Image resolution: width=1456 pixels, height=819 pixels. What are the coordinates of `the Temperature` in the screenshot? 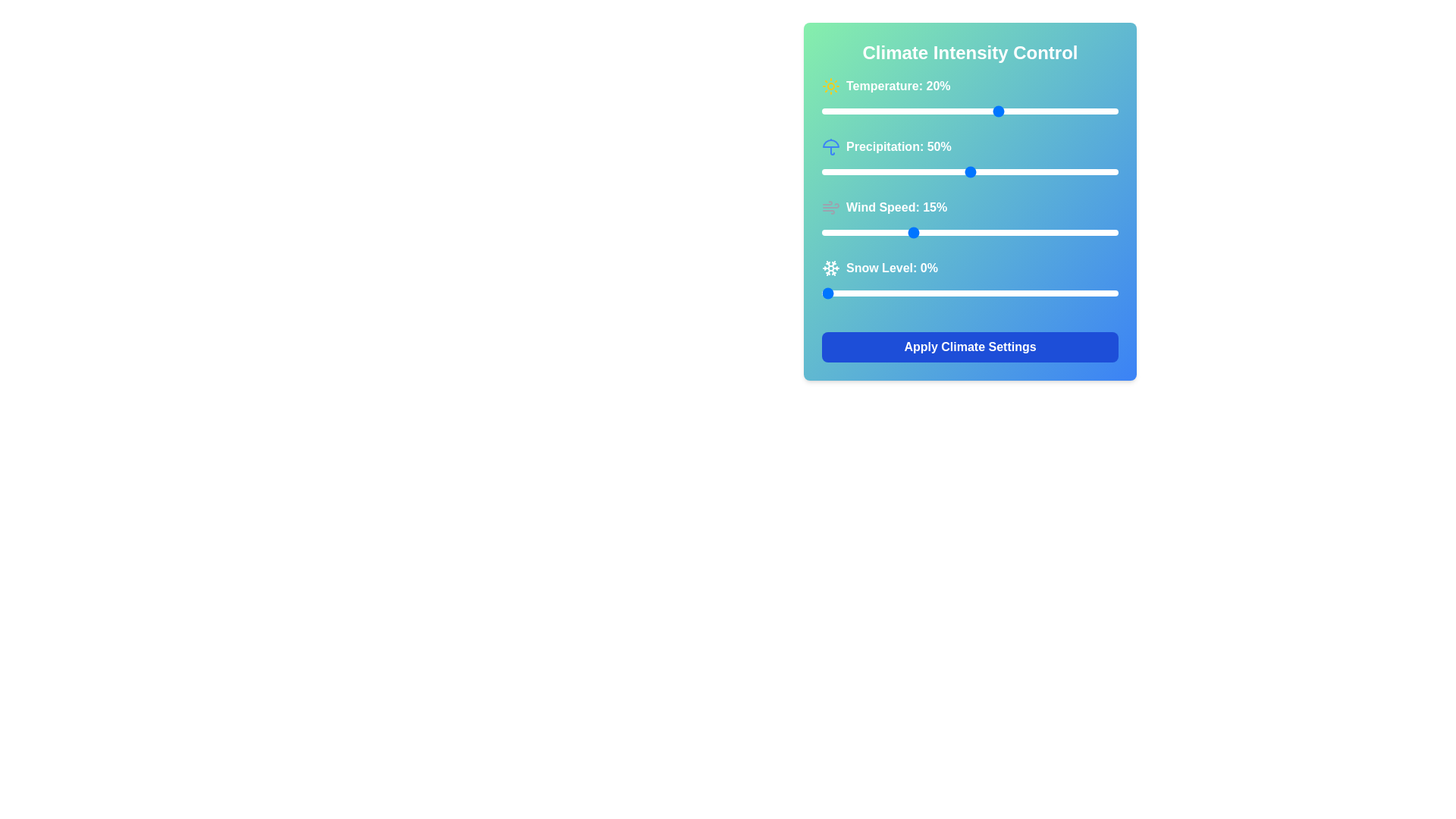 It's located at (976, 110).